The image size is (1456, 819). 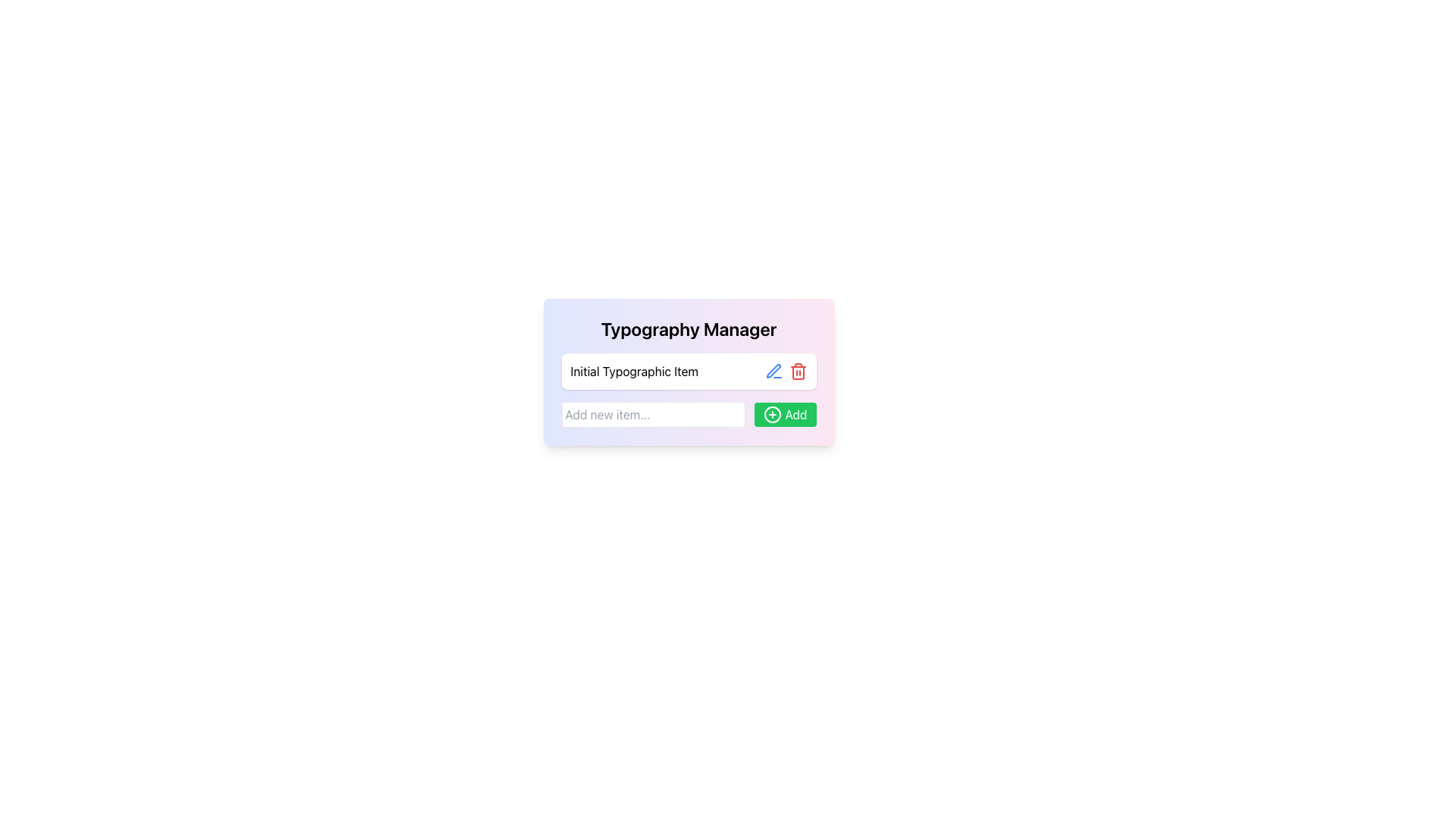 What do you see at coordinates (773, 371) in the screenshot?
I see `the pen-shaped icon located next to the text field labeled 'Initial Typographic Item'` at bounding box center [773, 371].